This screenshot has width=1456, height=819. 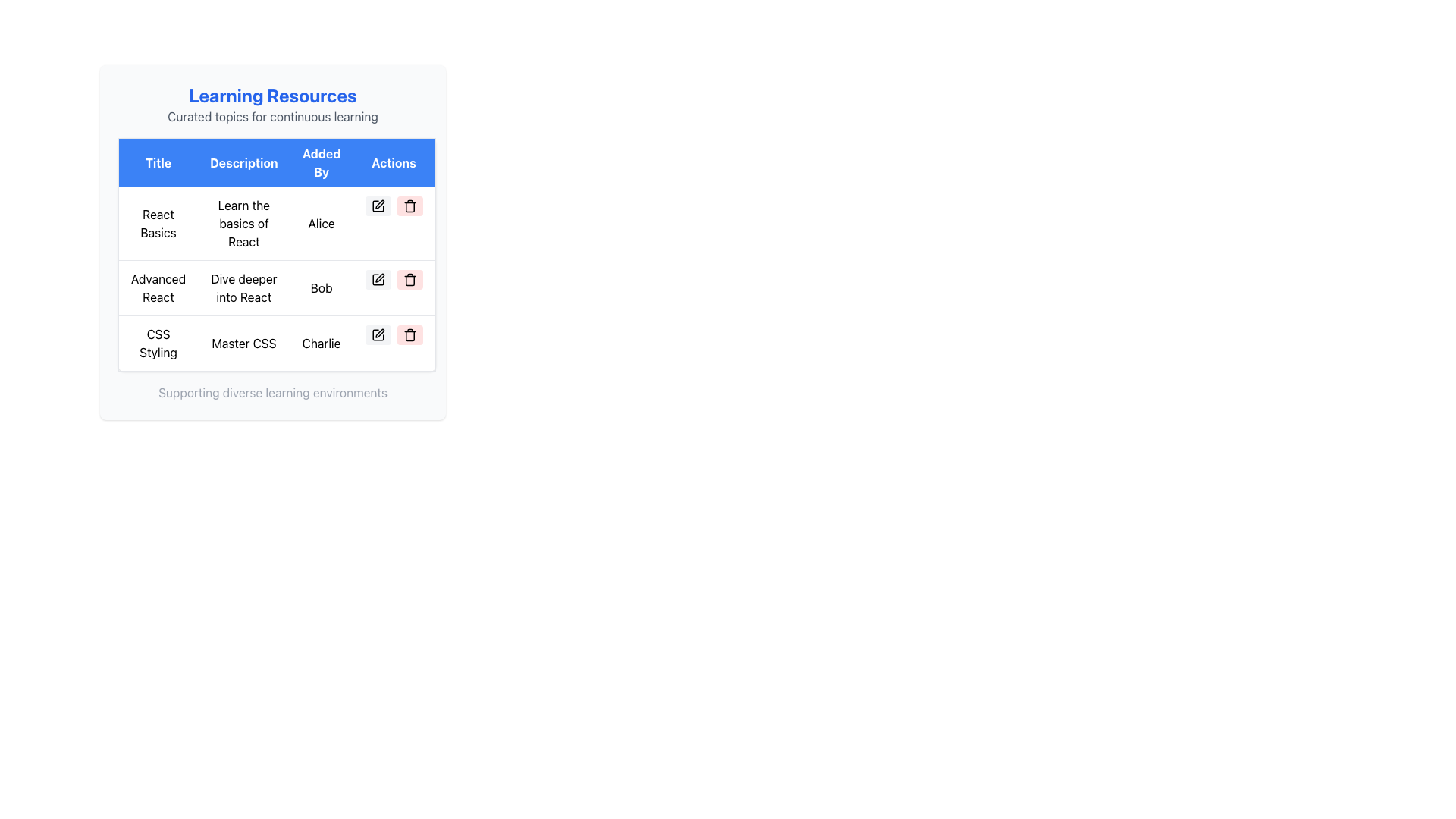 What do you see at coordinates (158, 343) in the screenshot?
I see `the static text element displaying 'CSS Styling' in the first column of the third row of the grid under the 'Title' header` at bounding box center [158, 343].